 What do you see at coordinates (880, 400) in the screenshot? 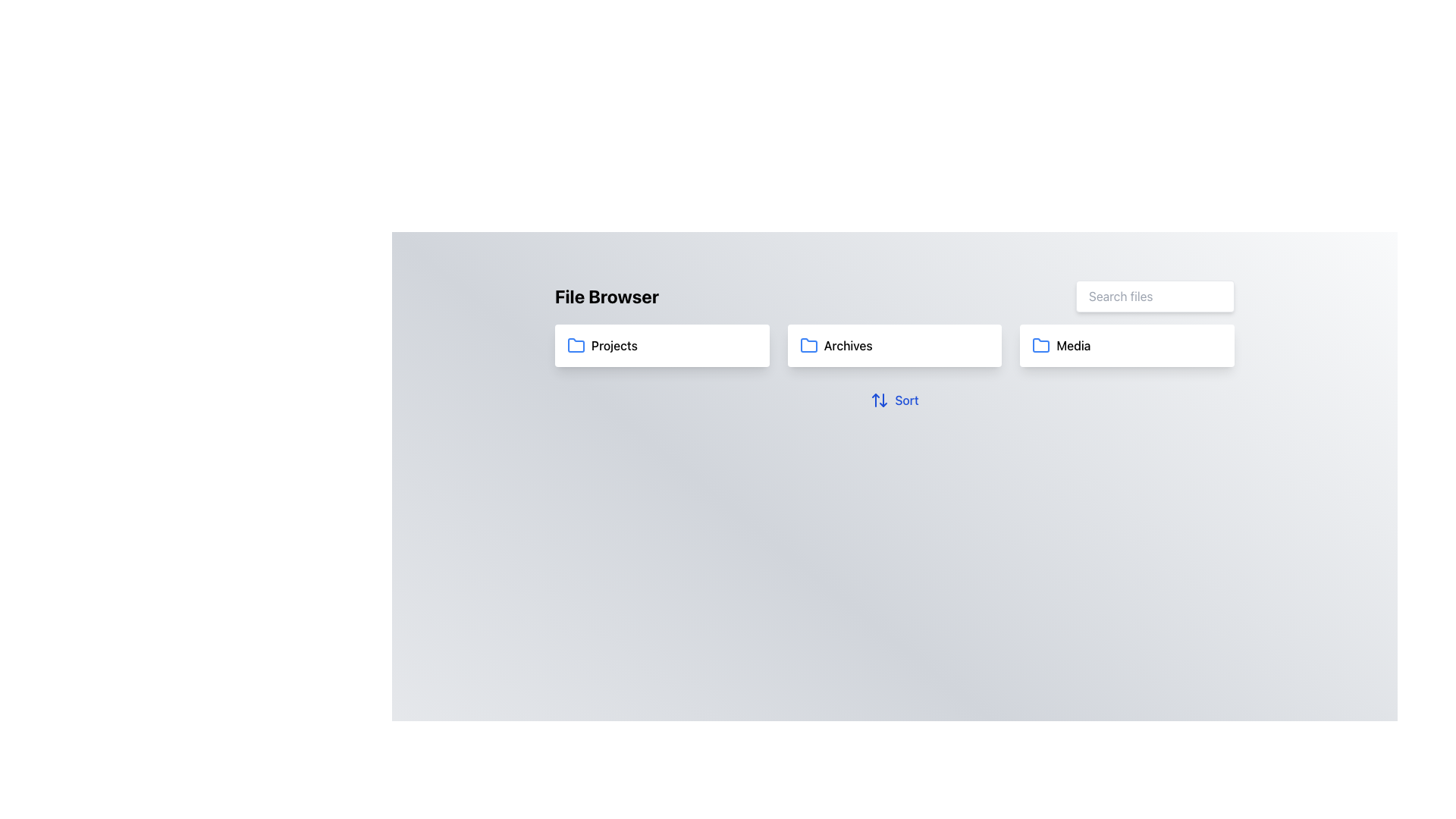
I see `the sorting icon located in the 'Sort' section, which is aligned to the left of the 'Sort' text in the lower part of the user interface` at bounding box center [880, 400].